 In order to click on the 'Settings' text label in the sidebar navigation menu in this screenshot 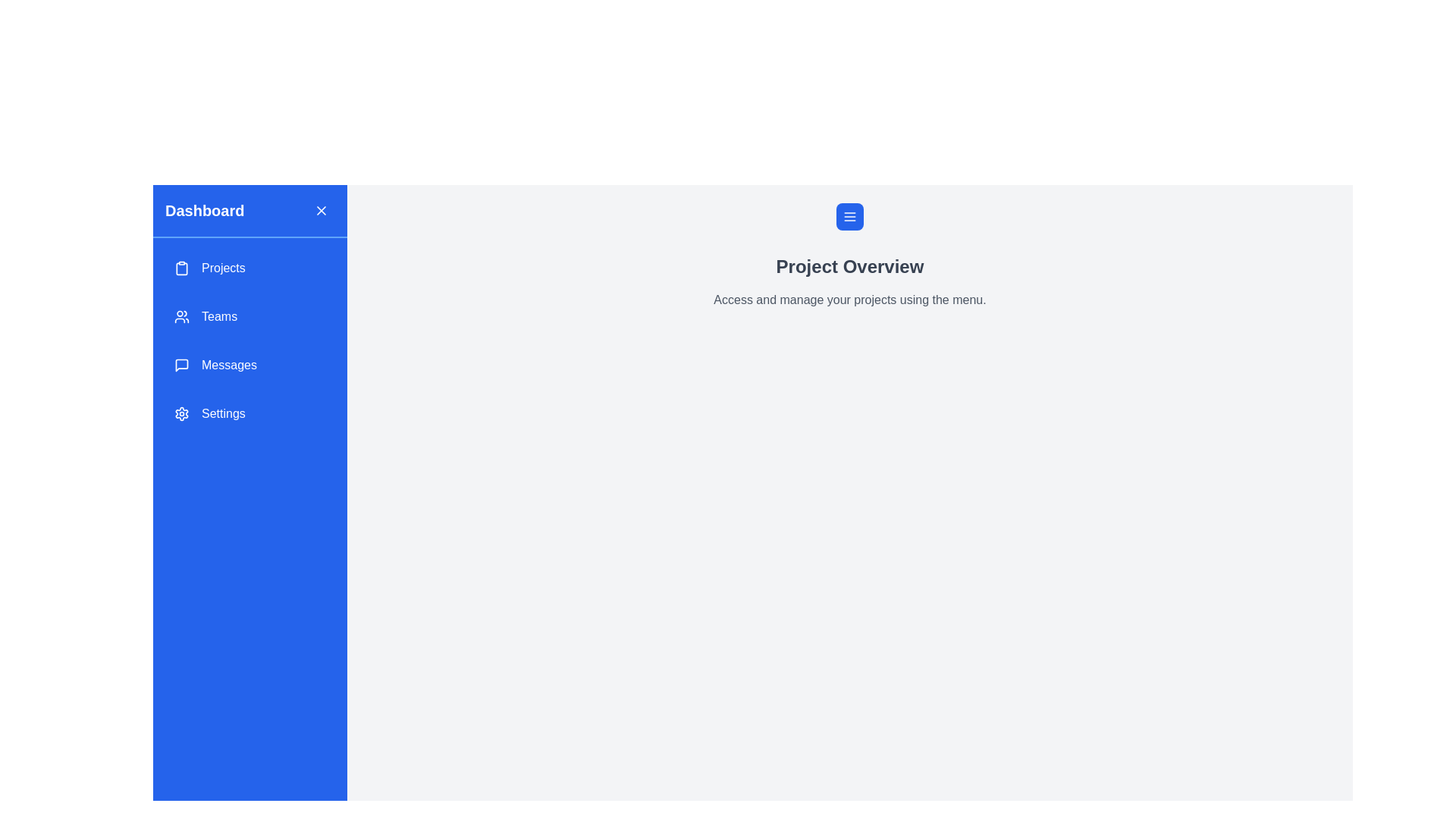, I will do `click(222, 414)`.